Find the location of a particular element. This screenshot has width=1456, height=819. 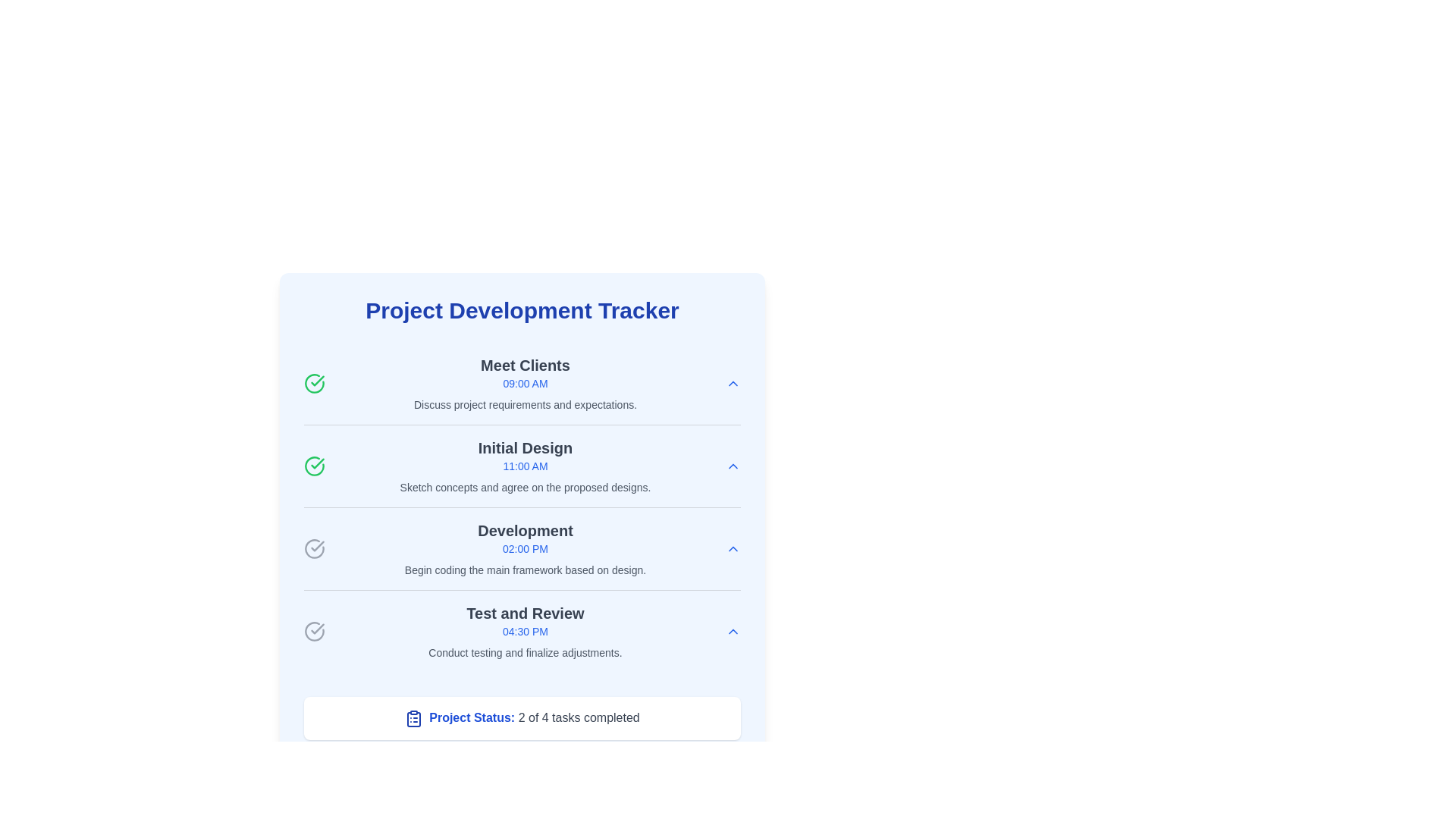

the collapse button located at the far right of the 'Meet Clients' section, adjacent to the time text '09:00 AM', to hide the meeting details is located at coordinates (733, 382).